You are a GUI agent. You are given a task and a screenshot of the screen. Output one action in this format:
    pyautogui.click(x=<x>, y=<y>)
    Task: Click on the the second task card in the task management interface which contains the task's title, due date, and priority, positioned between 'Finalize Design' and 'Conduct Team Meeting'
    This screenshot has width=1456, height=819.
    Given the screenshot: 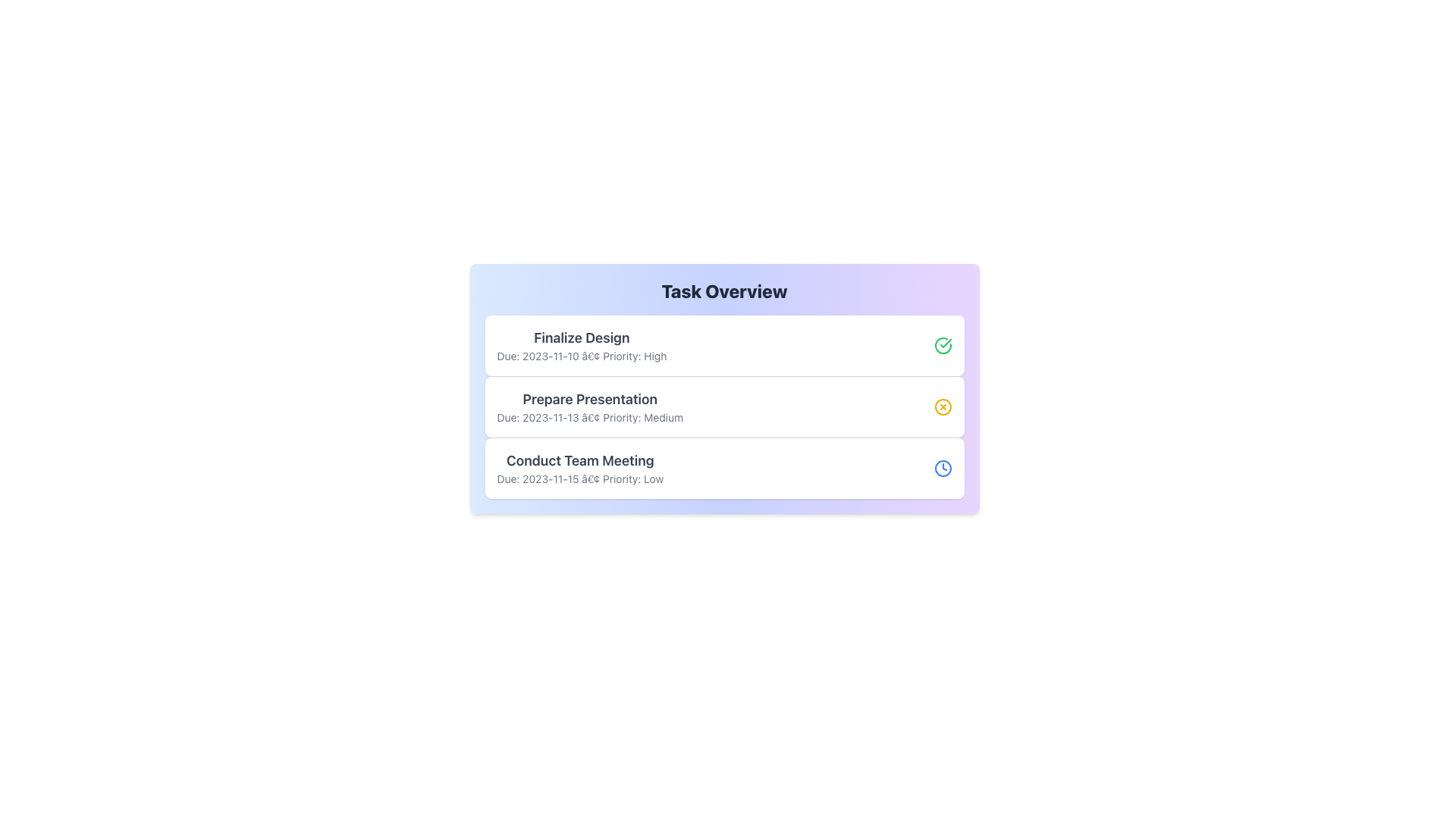 What is the action you would take?
    pyautogui.click(x=723, y=406)
    